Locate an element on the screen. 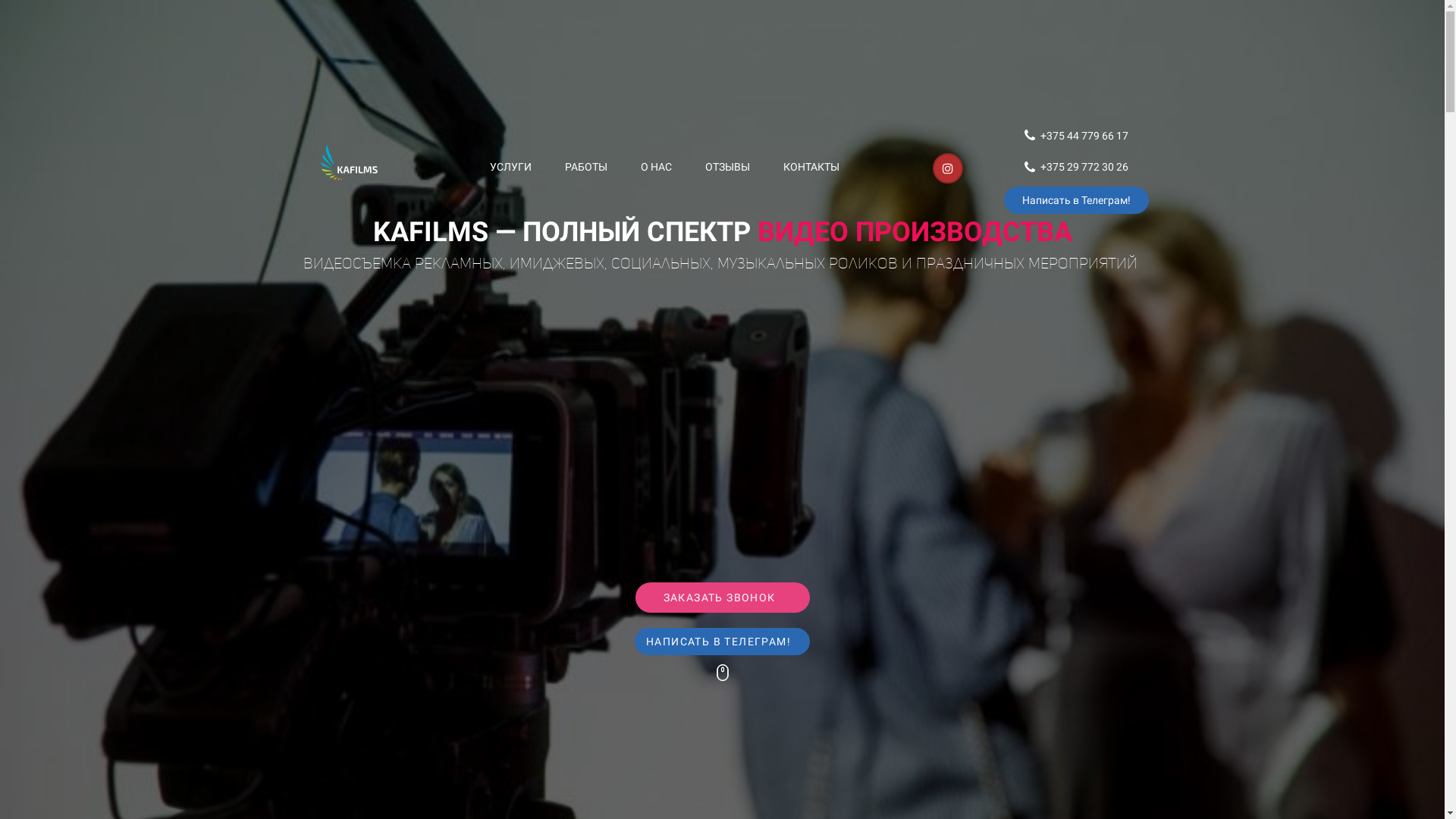 The height and width of the screenshot is (819, 1456). '+375 44 779 66 17' is located at coordinates (1075, 134).